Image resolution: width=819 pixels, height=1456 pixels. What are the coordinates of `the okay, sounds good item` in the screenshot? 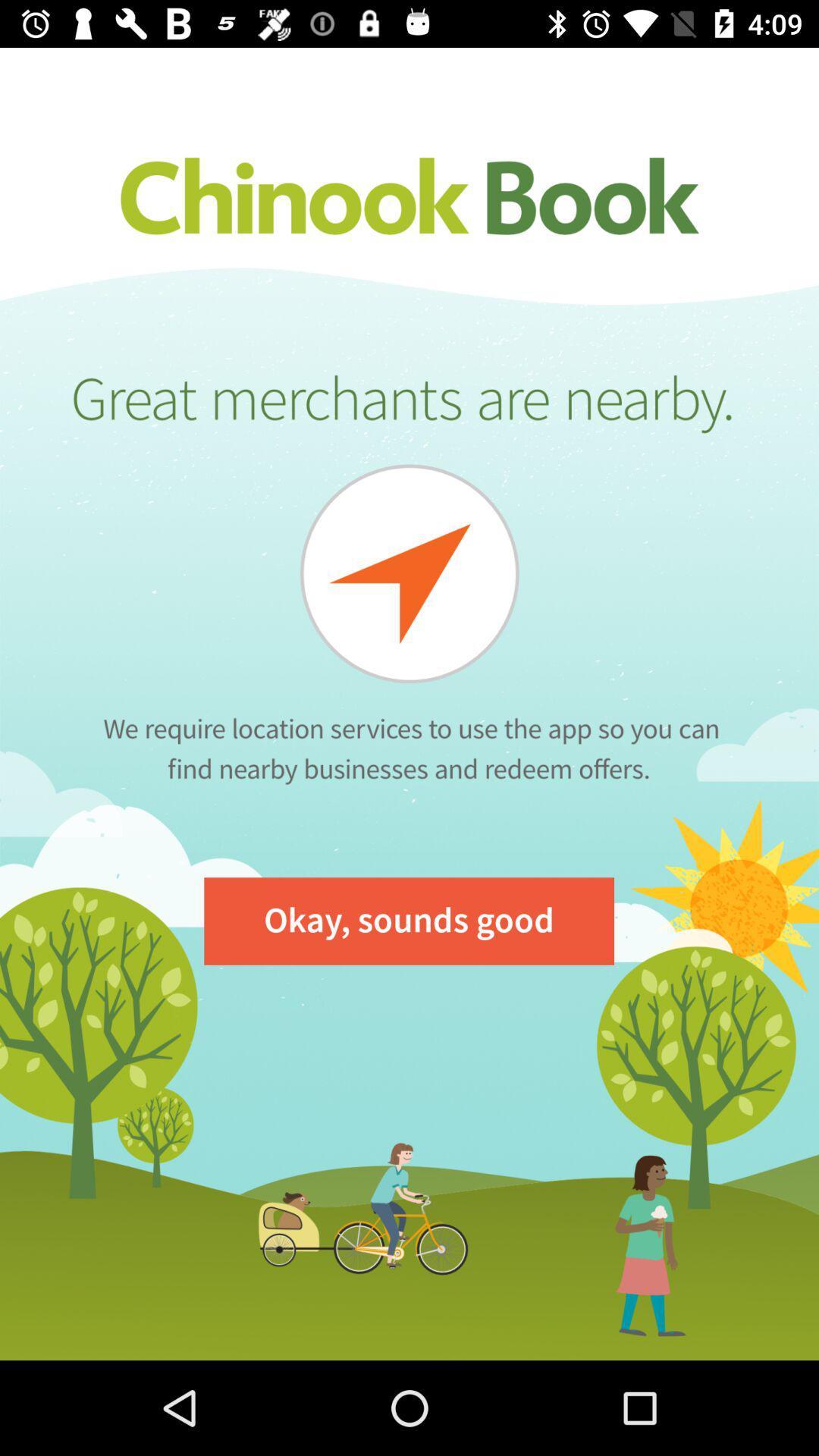 It's located at (408, 920).